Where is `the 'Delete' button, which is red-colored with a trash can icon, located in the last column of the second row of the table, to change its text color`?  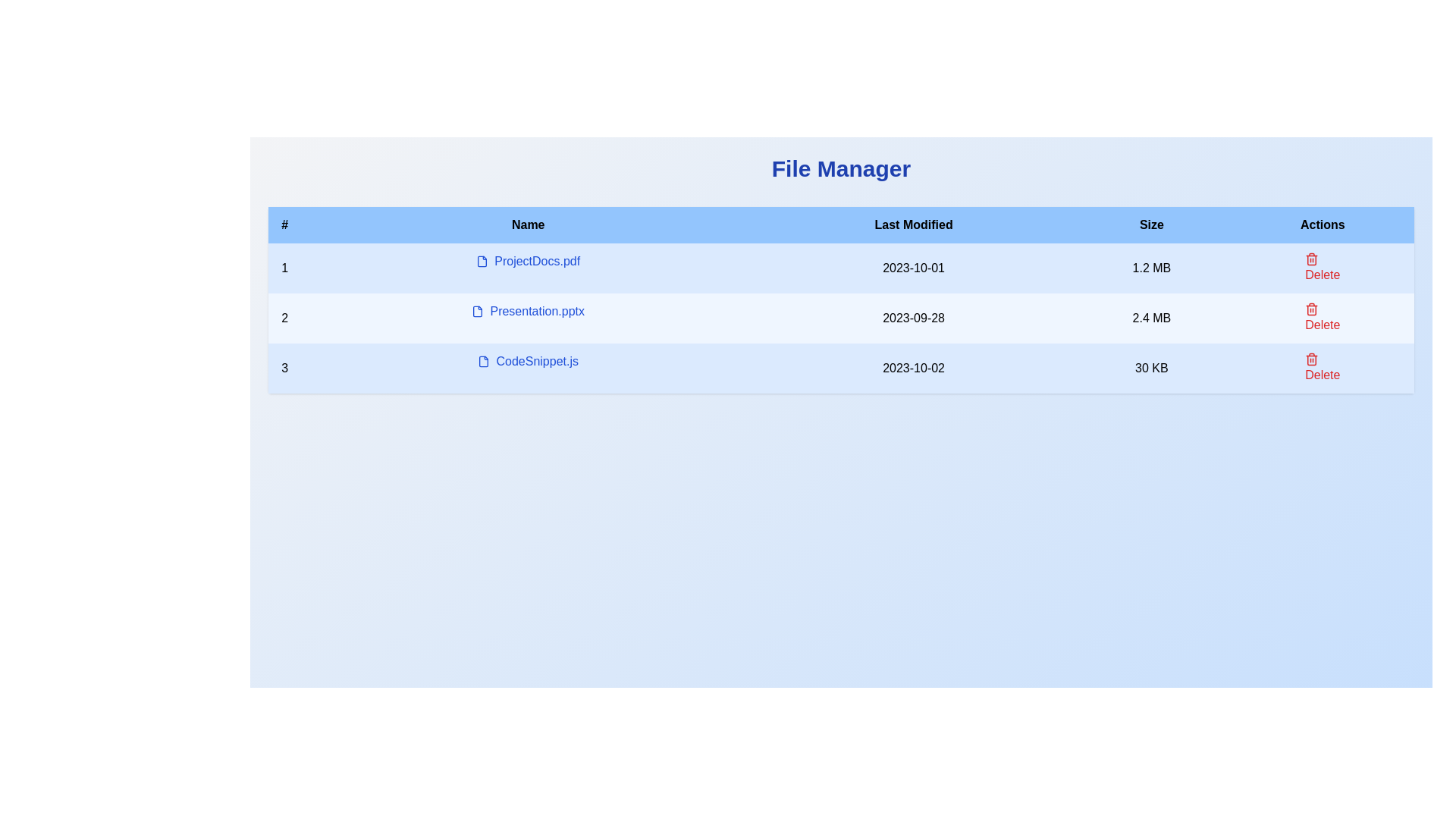
the 'Delete' button, which is red-colored with a trash can icon, located in the last column of the second row of the table, to change its text color is located at coordinates (1322, 318).